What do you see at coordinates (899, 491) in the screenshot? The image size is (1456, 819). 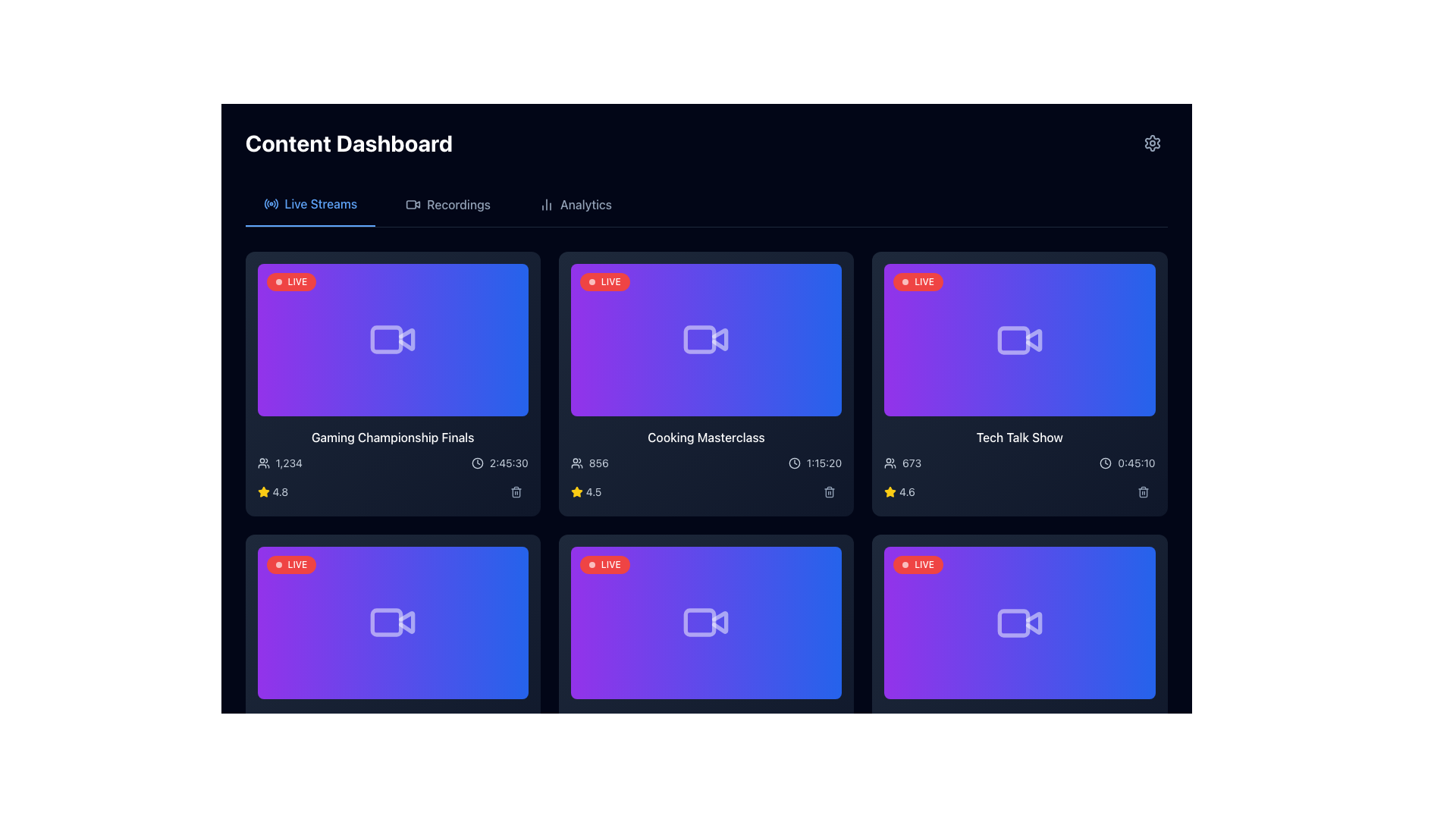 I see `the Label with icon (rating display) located in the third column and second row of the grid layout, which serves as a visual indicator of a rating score` at bounding box center [899, 491].